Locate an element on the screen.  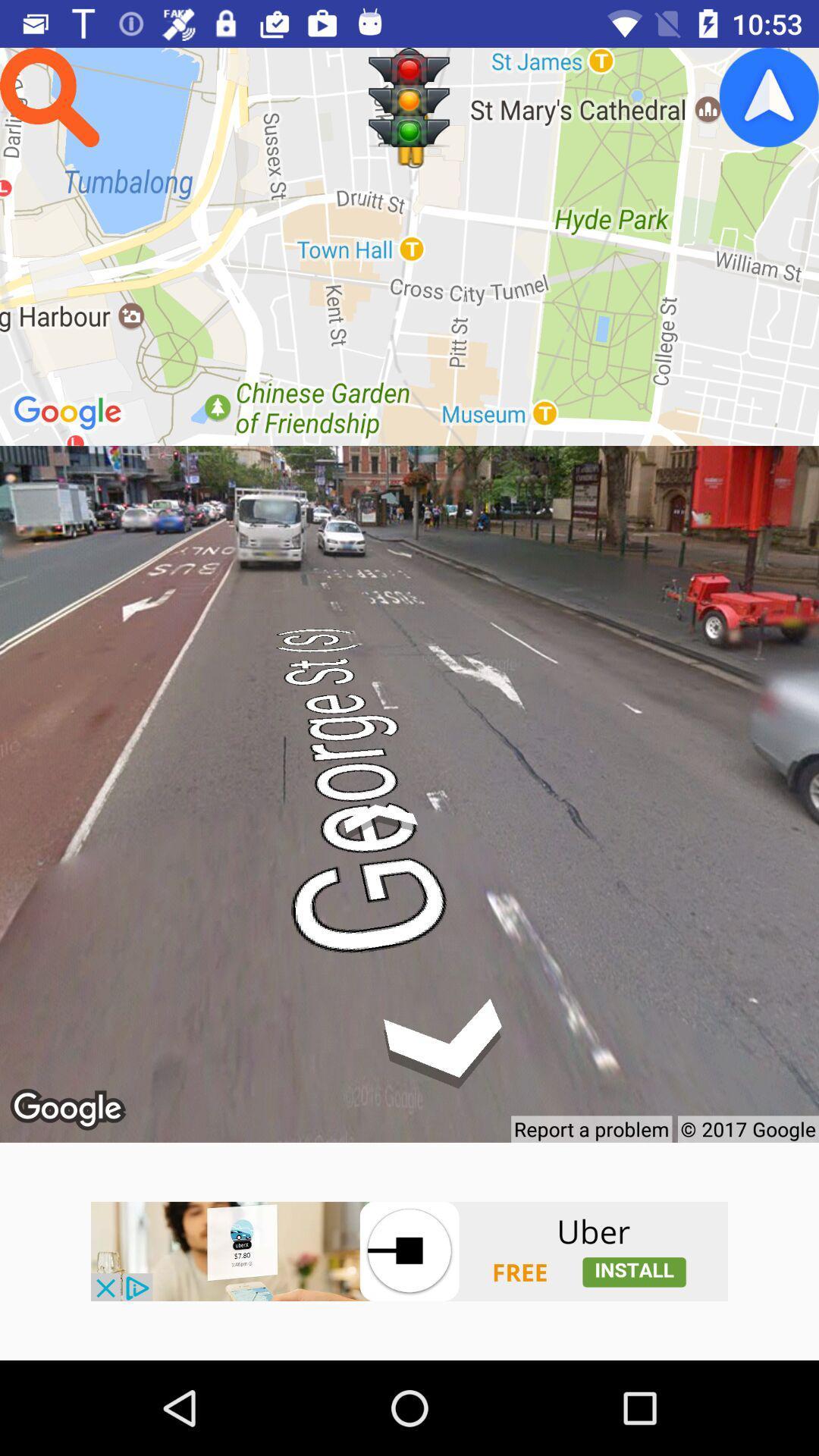
signal page is located at coordinates (408, 96).